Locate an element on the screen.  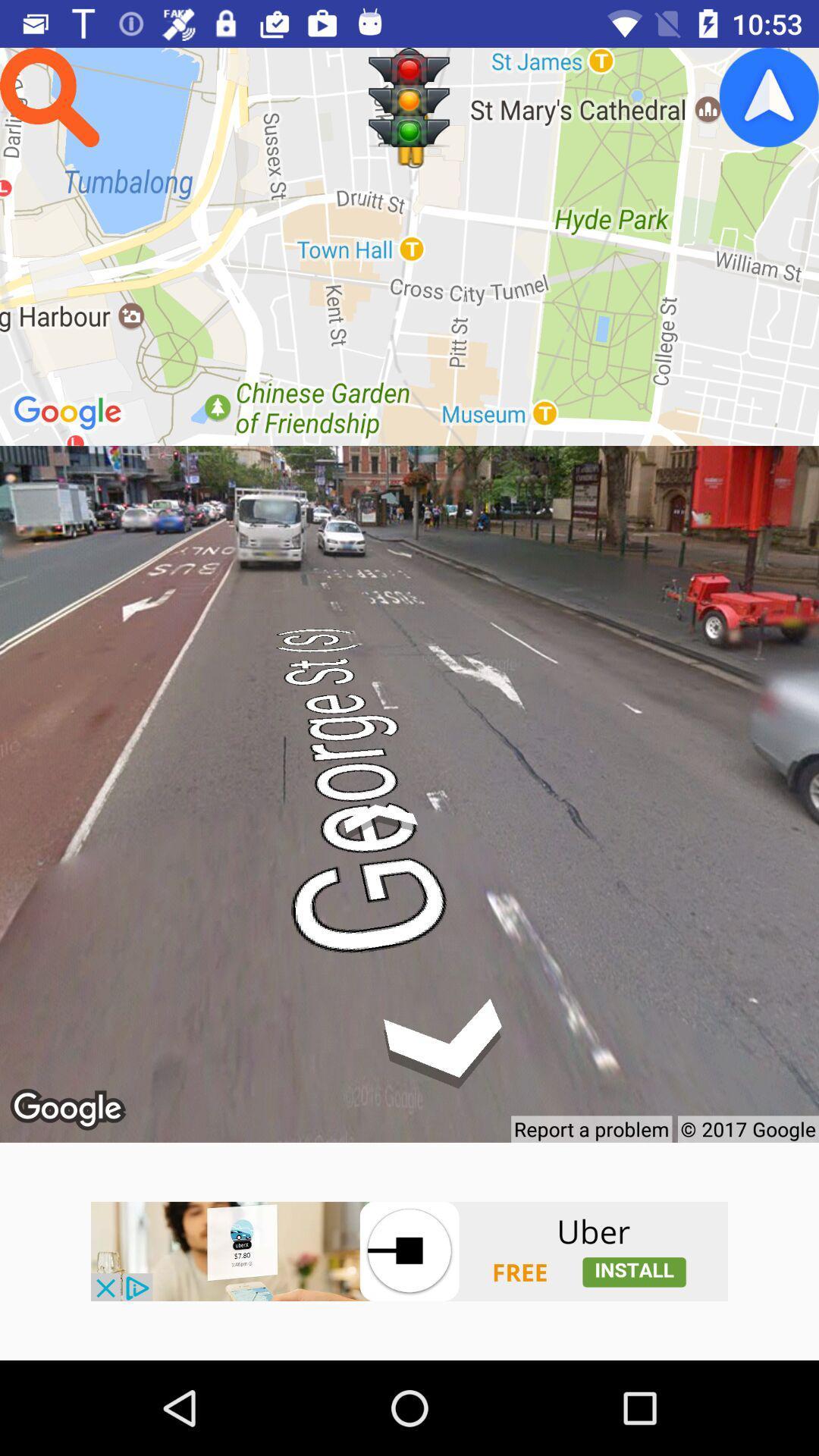
signal page is located at coordinates (408, 96).